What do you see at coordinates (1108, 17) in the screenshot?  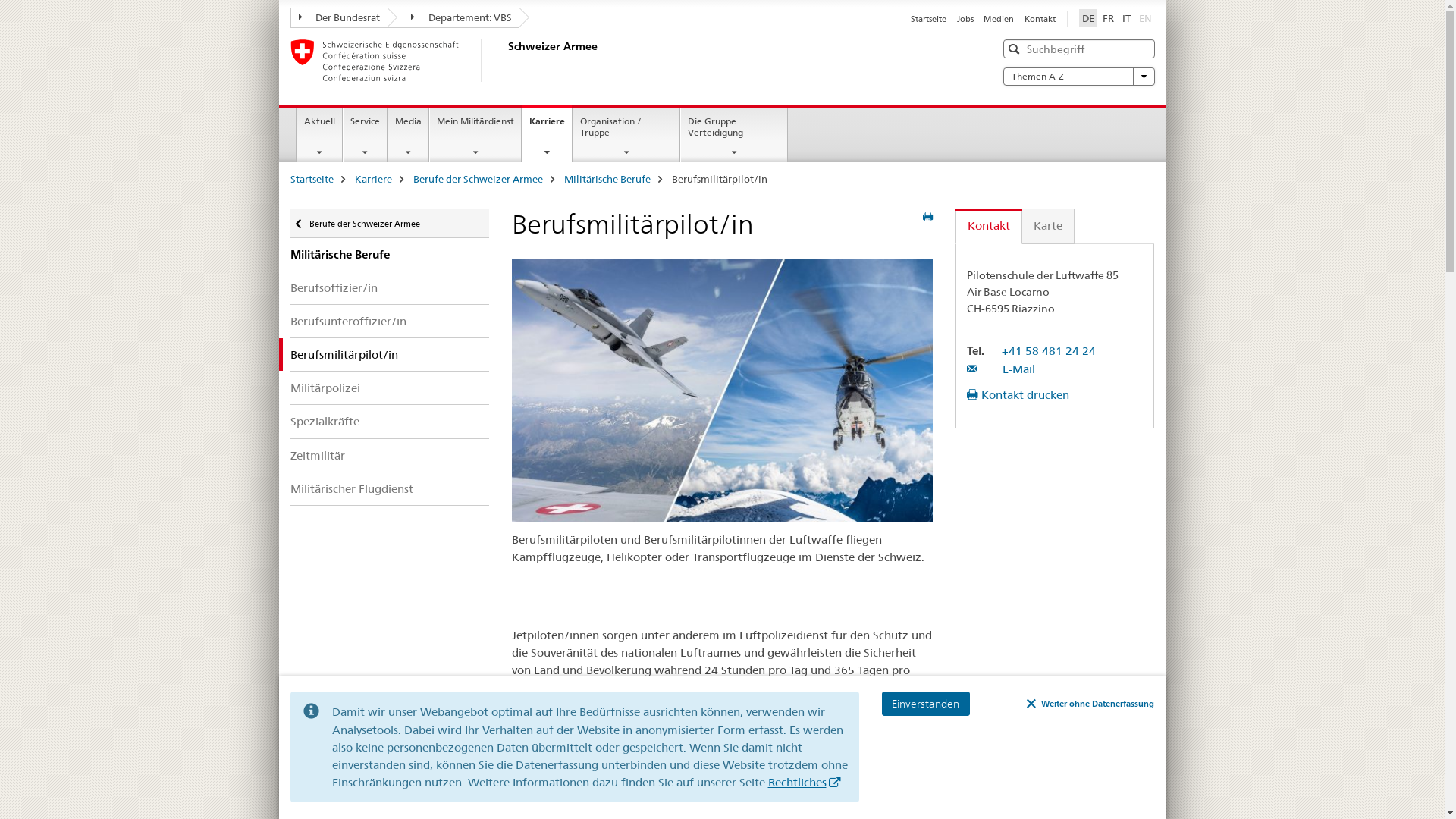 I see `'FR'` at bounding box center [1108, 17].